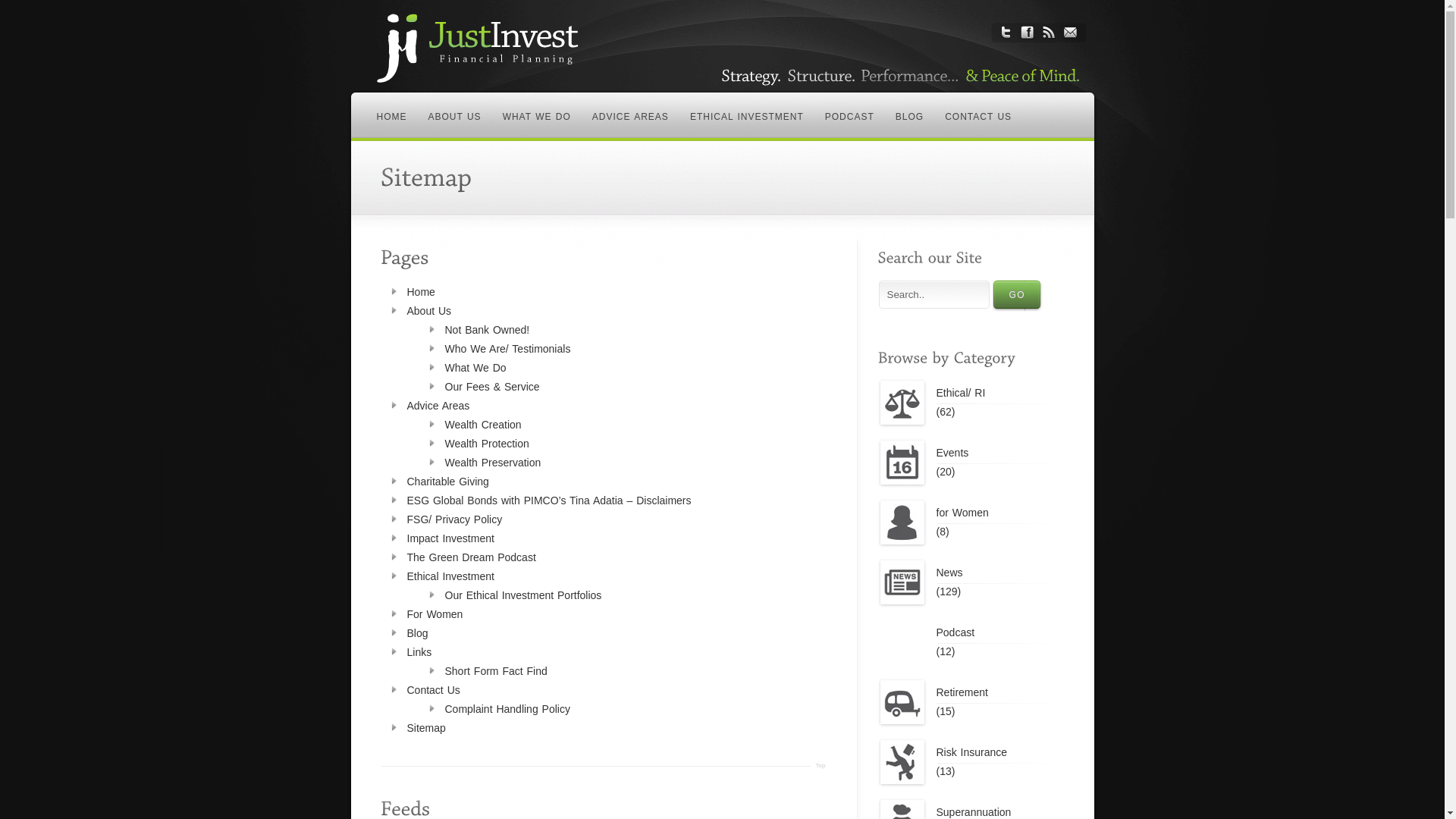 This screenshot has height=819, width=1456. Describe the element at coordinates (406, 405) in the screenshot. I see `'Advice Areas'` at that location.